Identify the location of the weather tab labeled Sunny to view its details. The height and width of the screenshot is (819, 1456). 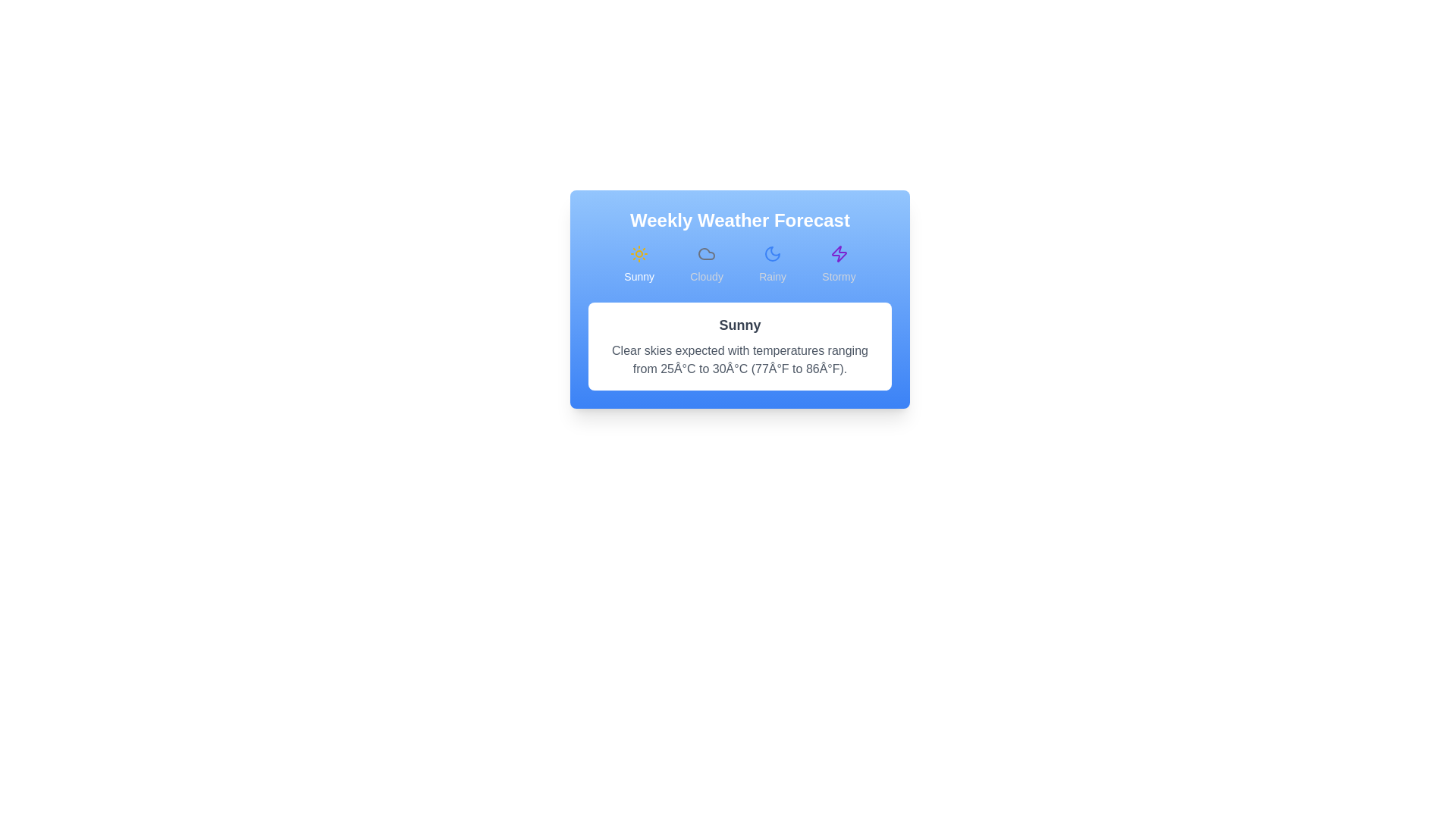
(639, 263).